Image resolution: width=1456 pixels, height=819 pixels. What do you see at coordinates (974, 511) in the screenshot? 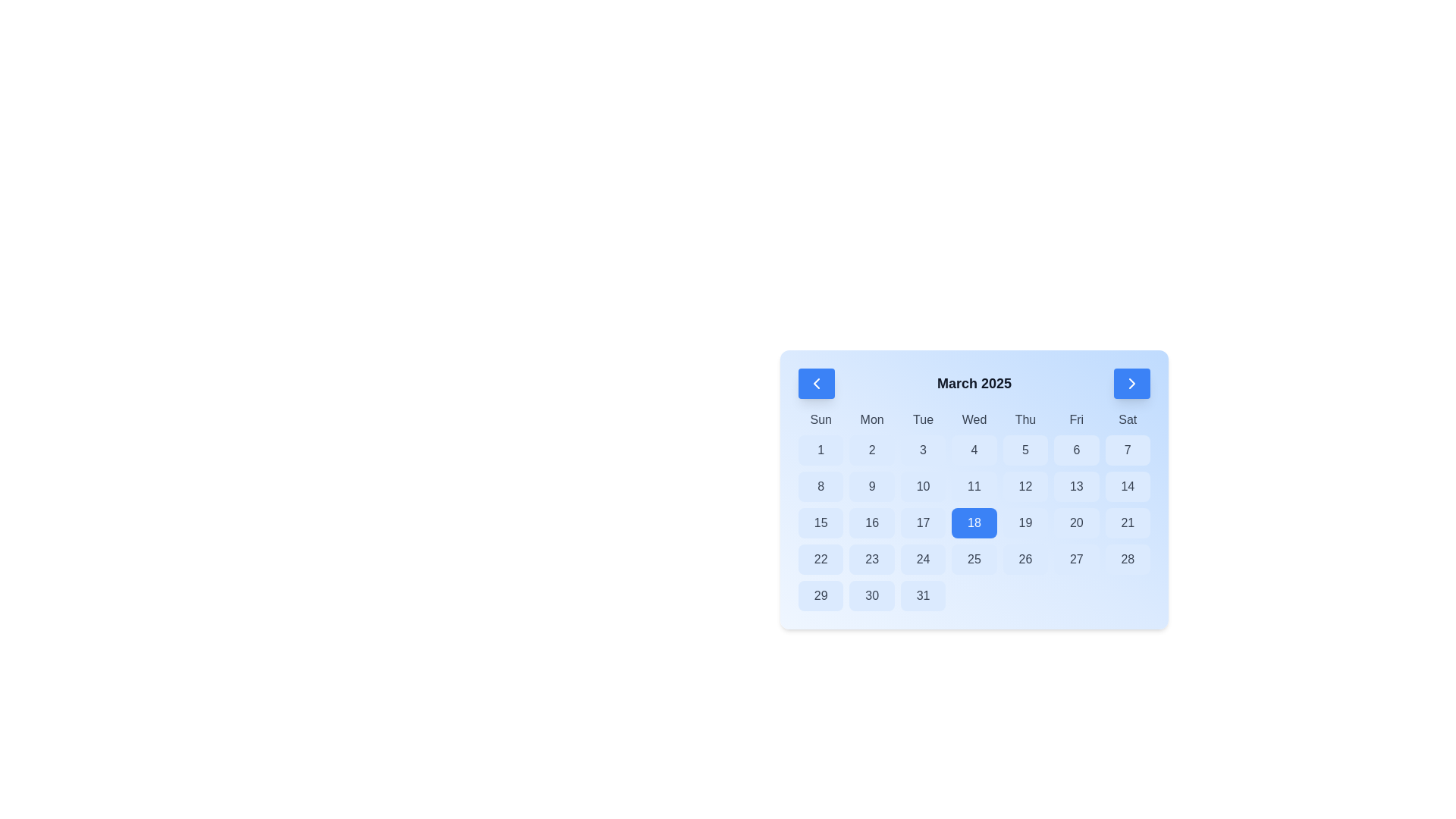
I see `the date cell displaying '18' in a vivid blue color within the March 2025 calendar grid` at bounding box center [974, 511].